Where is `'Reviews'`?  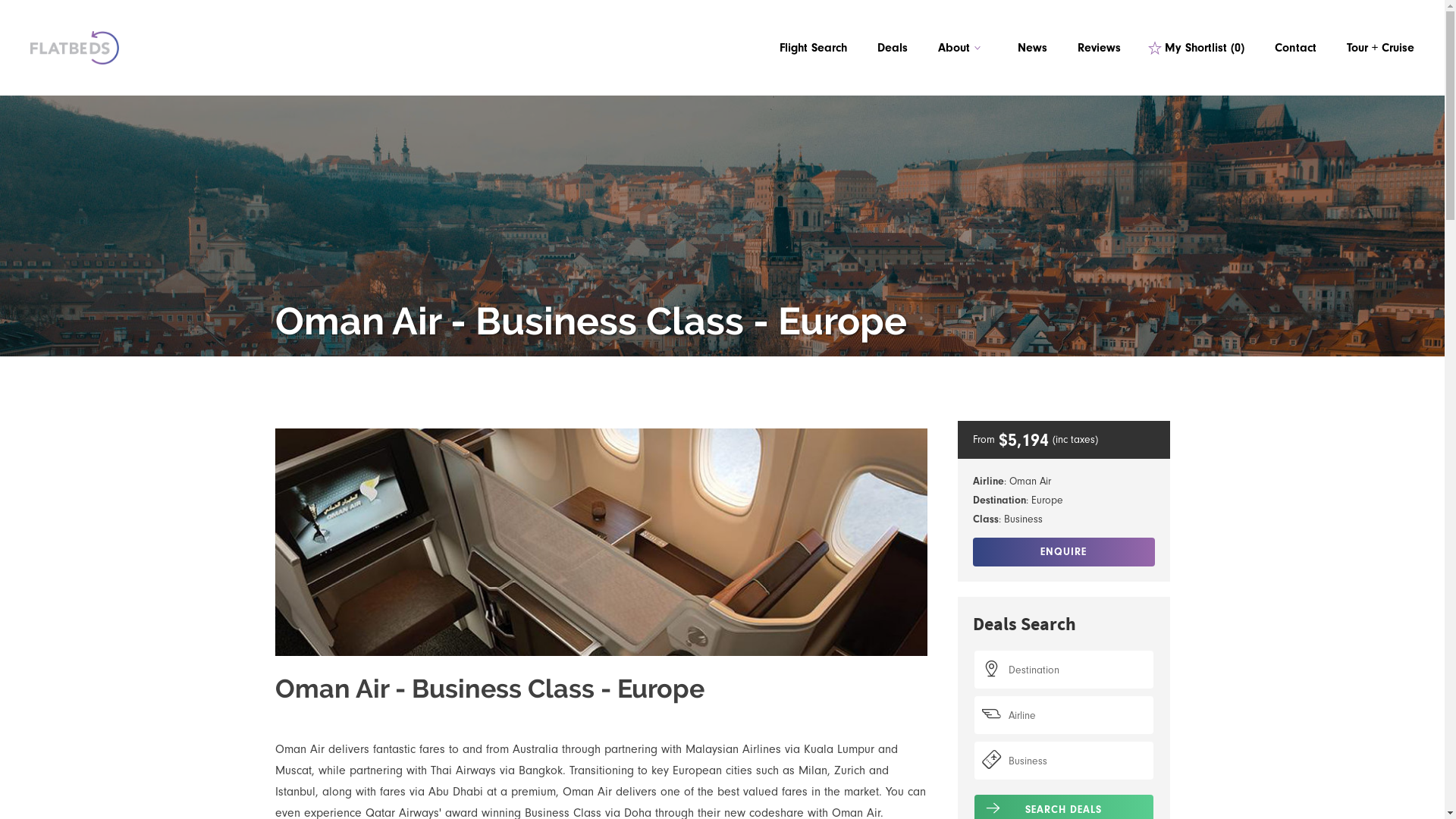 'Reviews' is located at coordinates (1099, 46).